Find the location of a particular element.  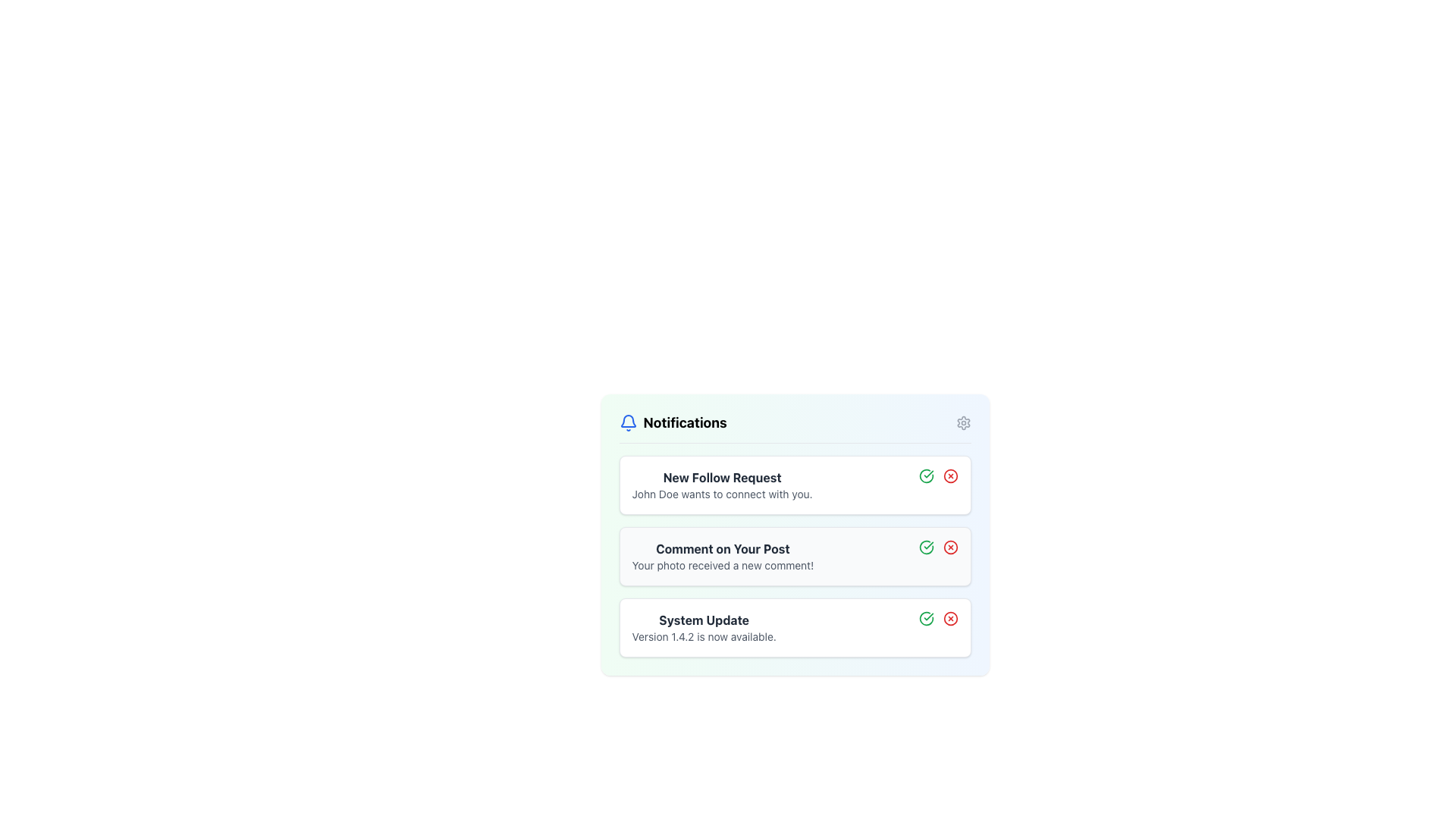

the gear-shaped settings icon located at the top-right corner of the 'Notifications' section is located at coordinates (962, 423).